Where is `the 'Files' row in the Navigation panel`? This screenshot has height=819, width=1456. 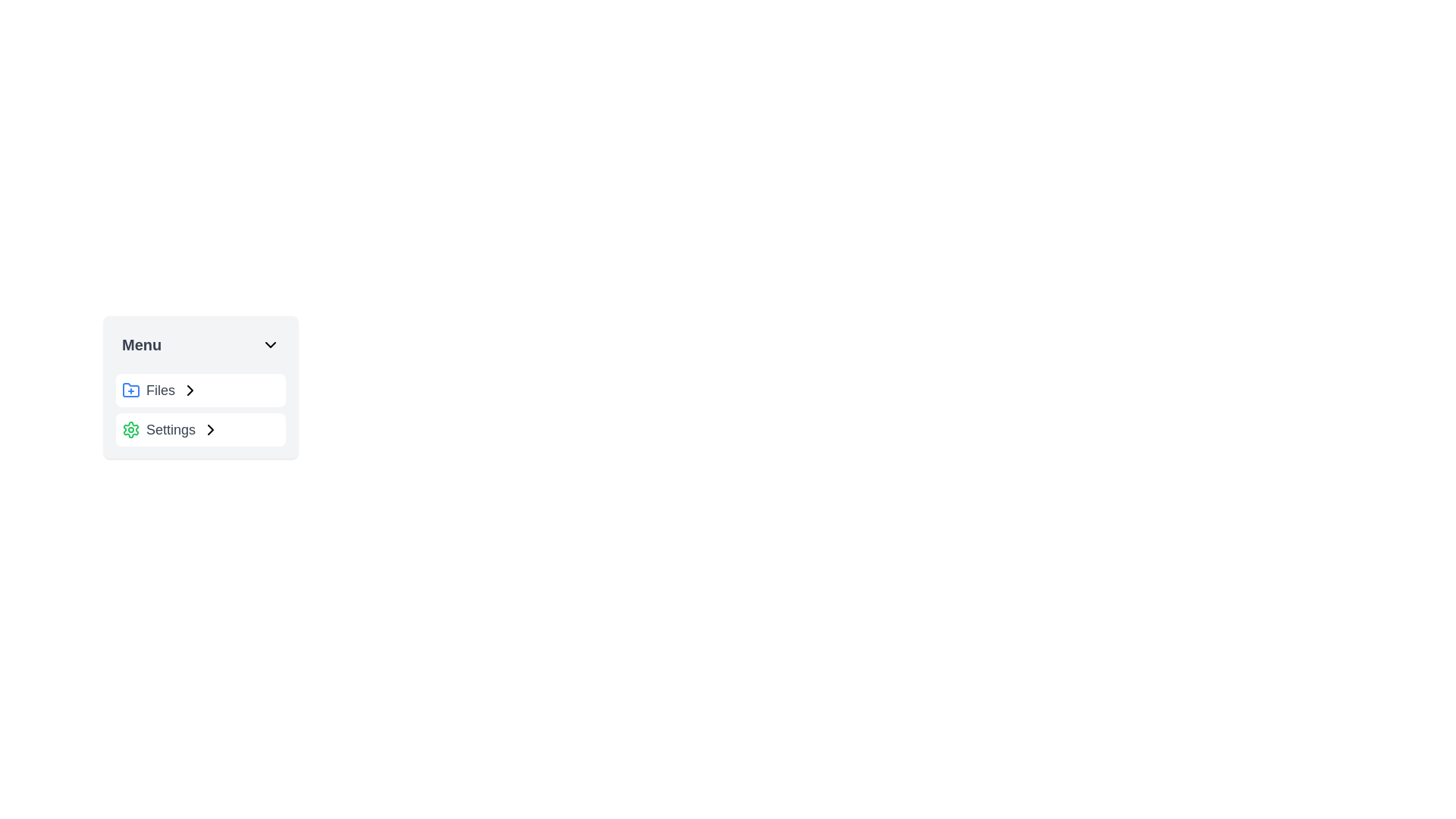 the 'Files' row in the Navigation panel is located at coordinates (199, 386).